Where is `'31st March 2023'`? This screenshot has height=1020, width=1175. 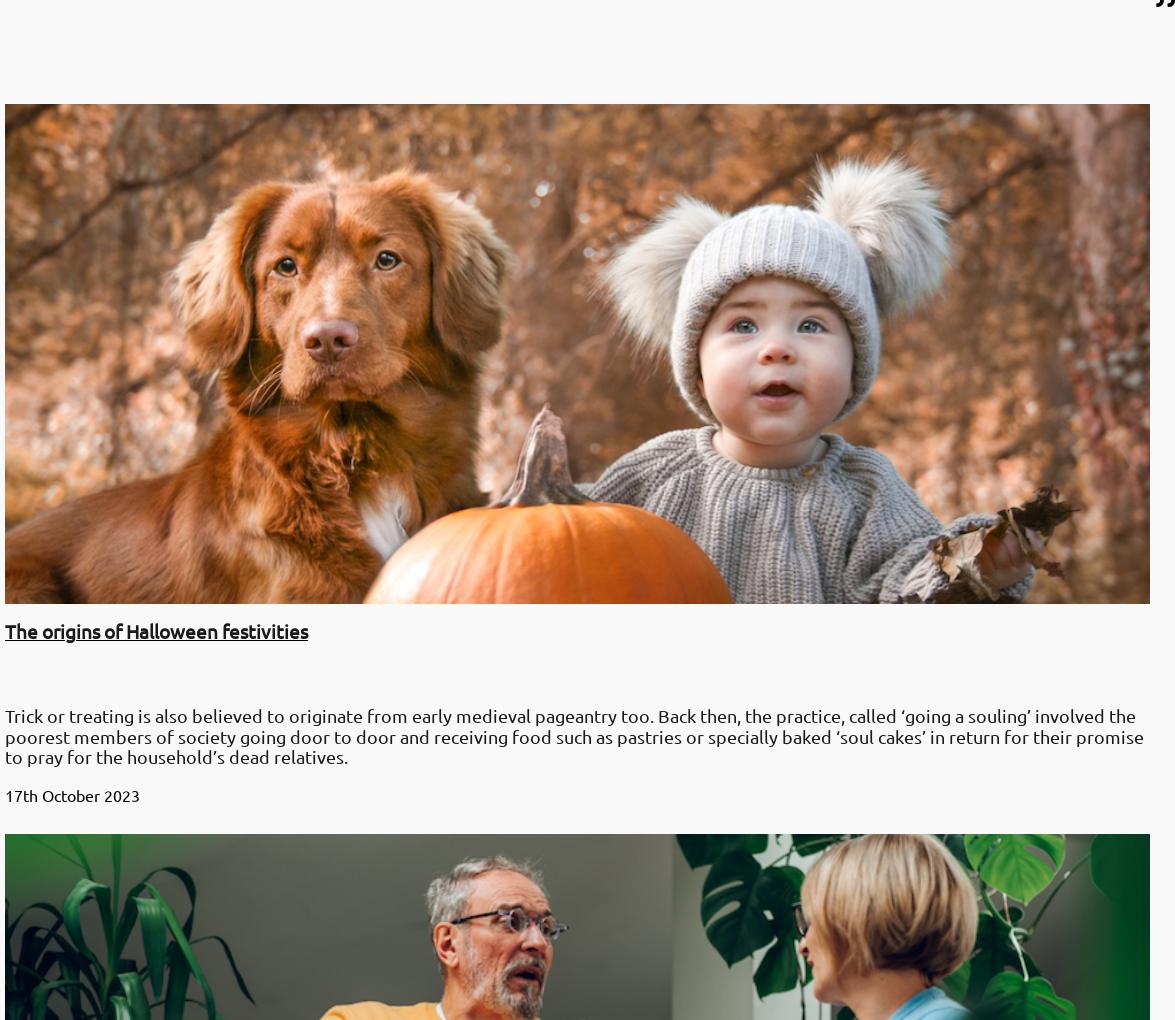
'31st March 2023' is located at coordinates (64, 515).